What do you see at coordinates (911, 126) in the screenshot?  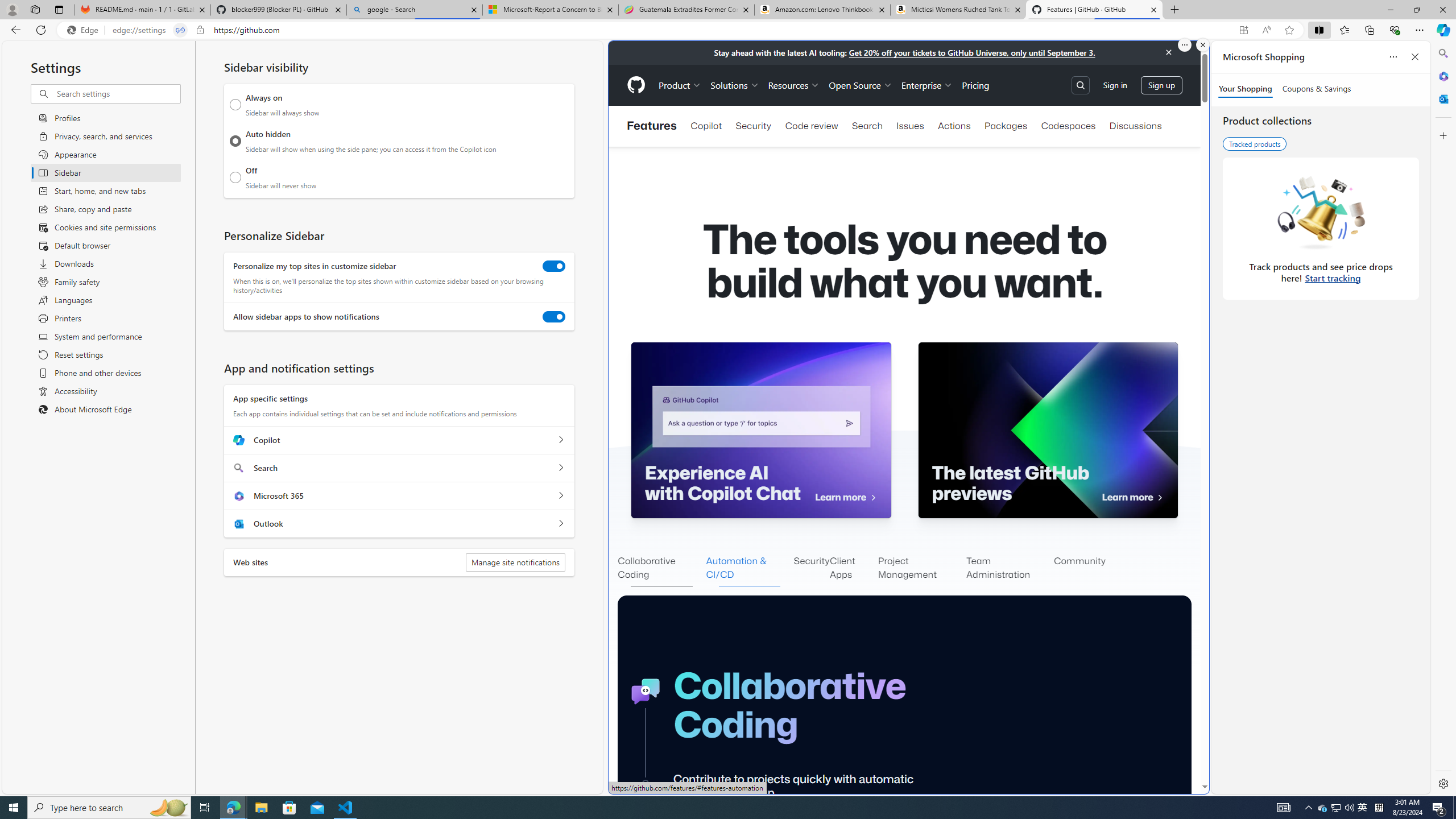 I see `'Issues'` at bounding box center [911, 126].